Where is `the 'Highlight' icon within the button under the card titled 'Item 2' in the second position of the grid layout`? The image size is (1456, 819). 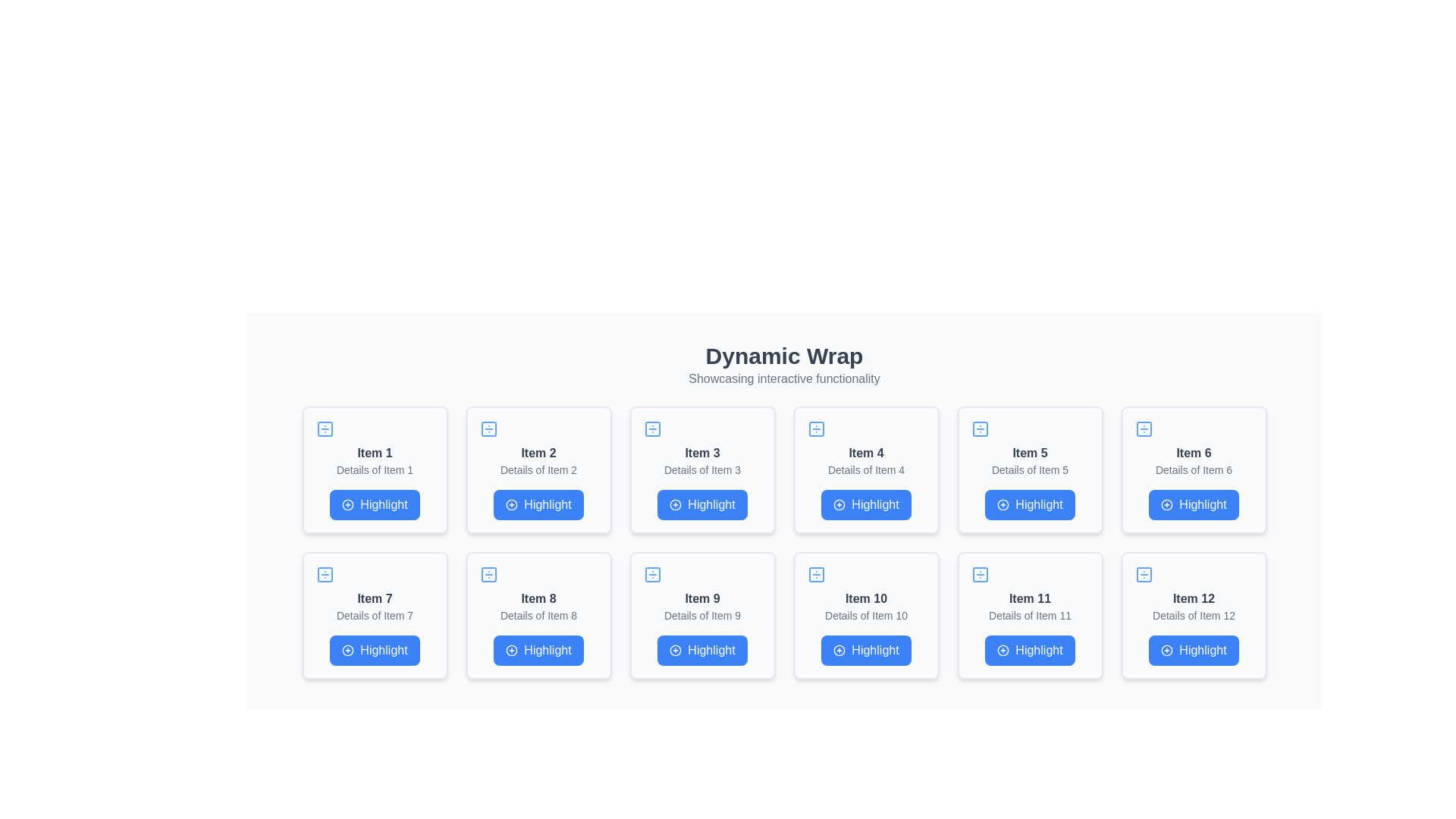 the 'Highlight' icon within the button under the card titled 'Item 2' in the second position of the grid layout is located at coordinates (512, 505).